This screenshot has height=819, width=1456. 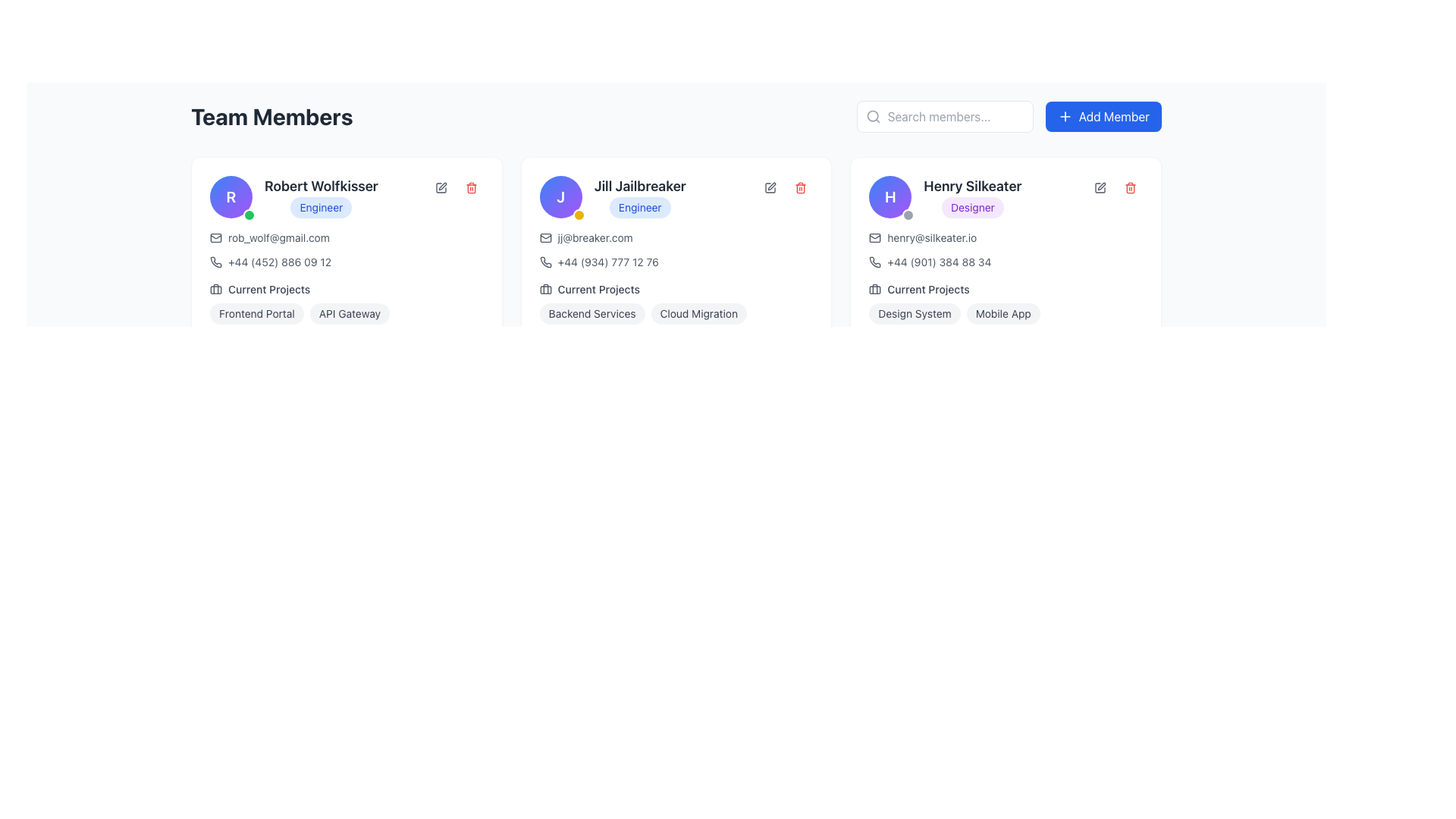 I want to click on the 'Add Member' button, which has a blue background, white text, and a plus sign icon, located in the upper-right section of the interface, so click(x=1103, y=116).